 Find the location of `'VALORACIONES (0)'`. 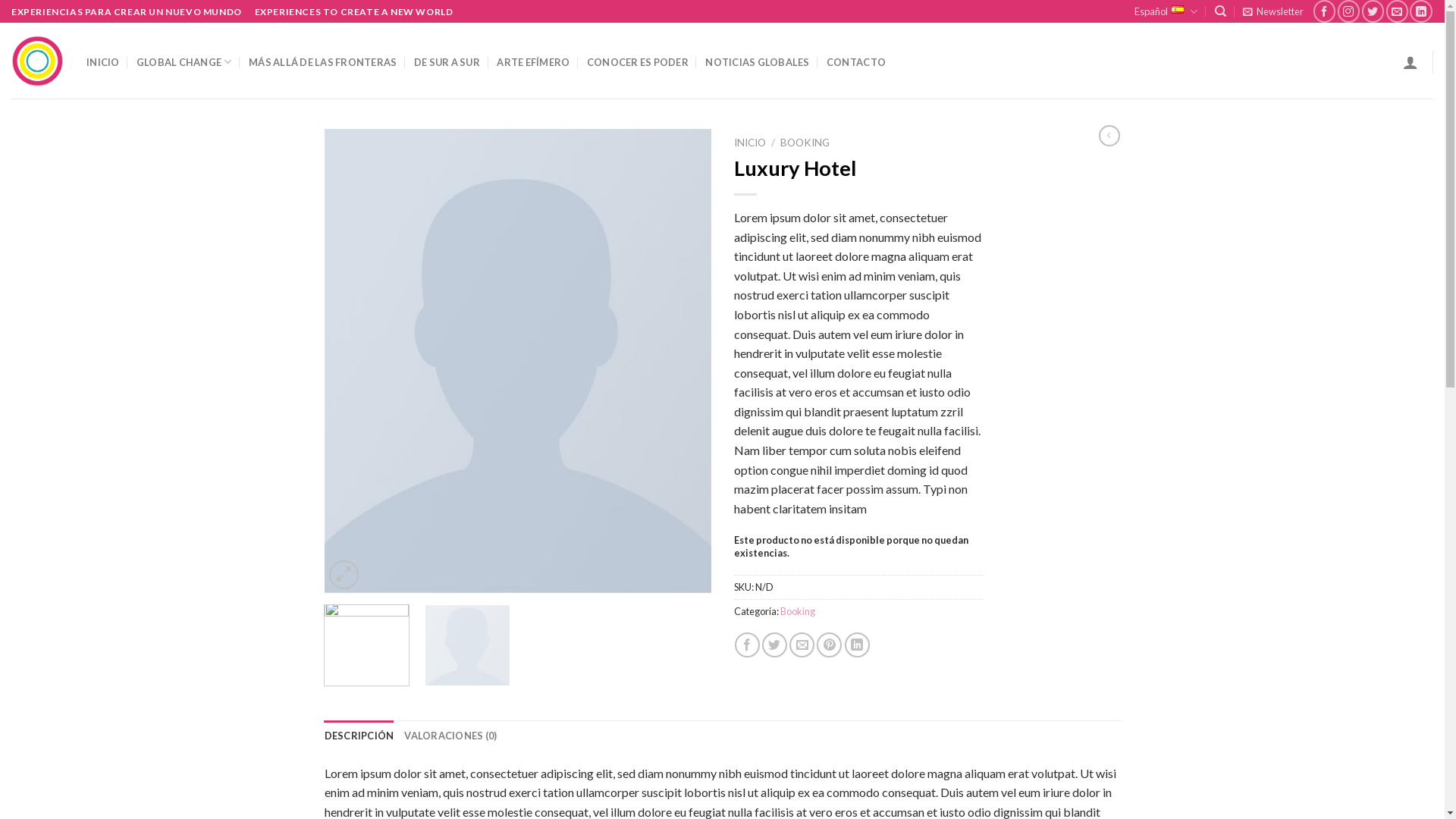

'VALORACIONES (0)' is located at coordinates (450, 734).